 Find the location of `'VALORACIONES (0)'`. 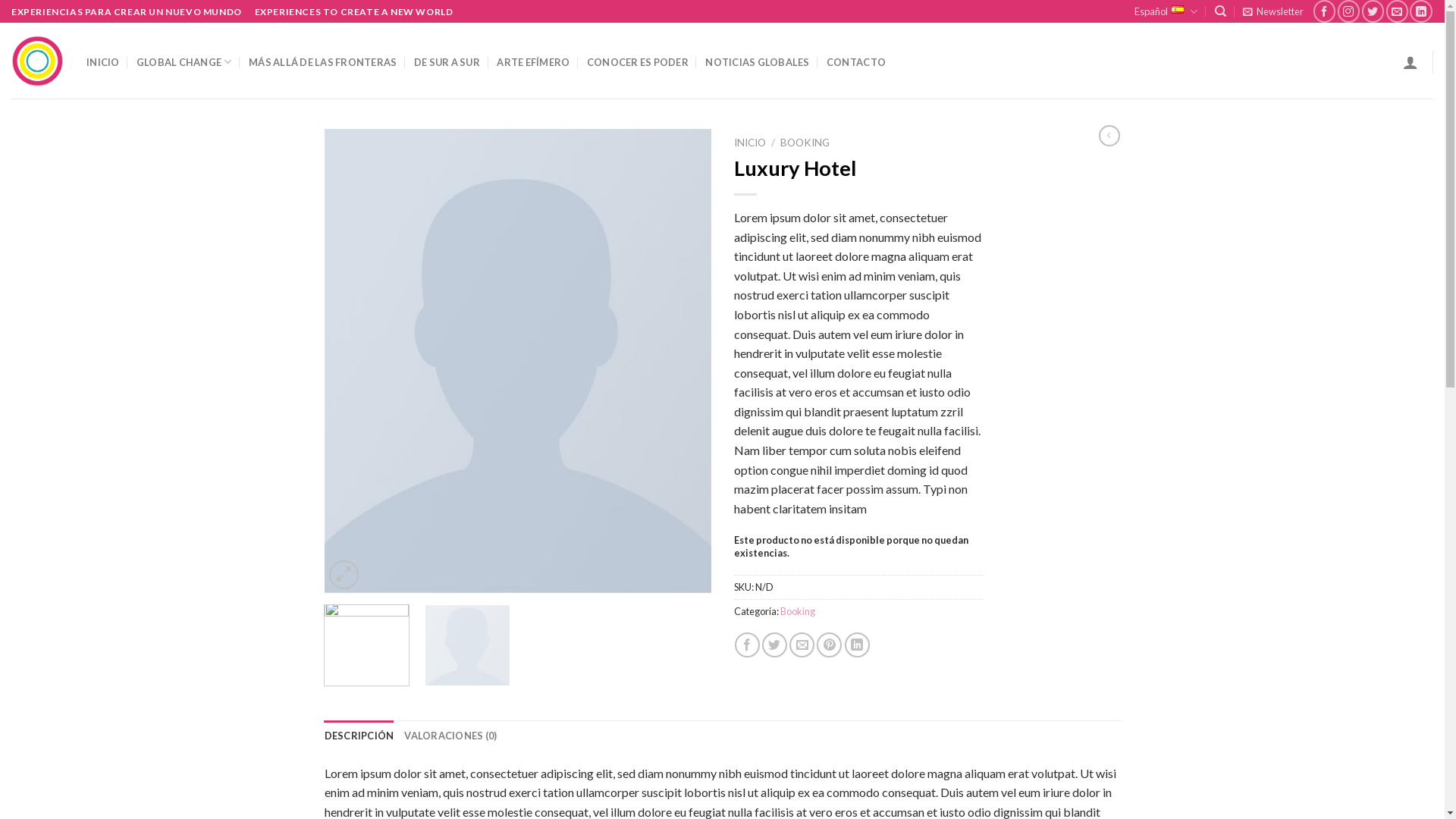

'VALORACIONES (0)' is located at coordinates (450, 734).